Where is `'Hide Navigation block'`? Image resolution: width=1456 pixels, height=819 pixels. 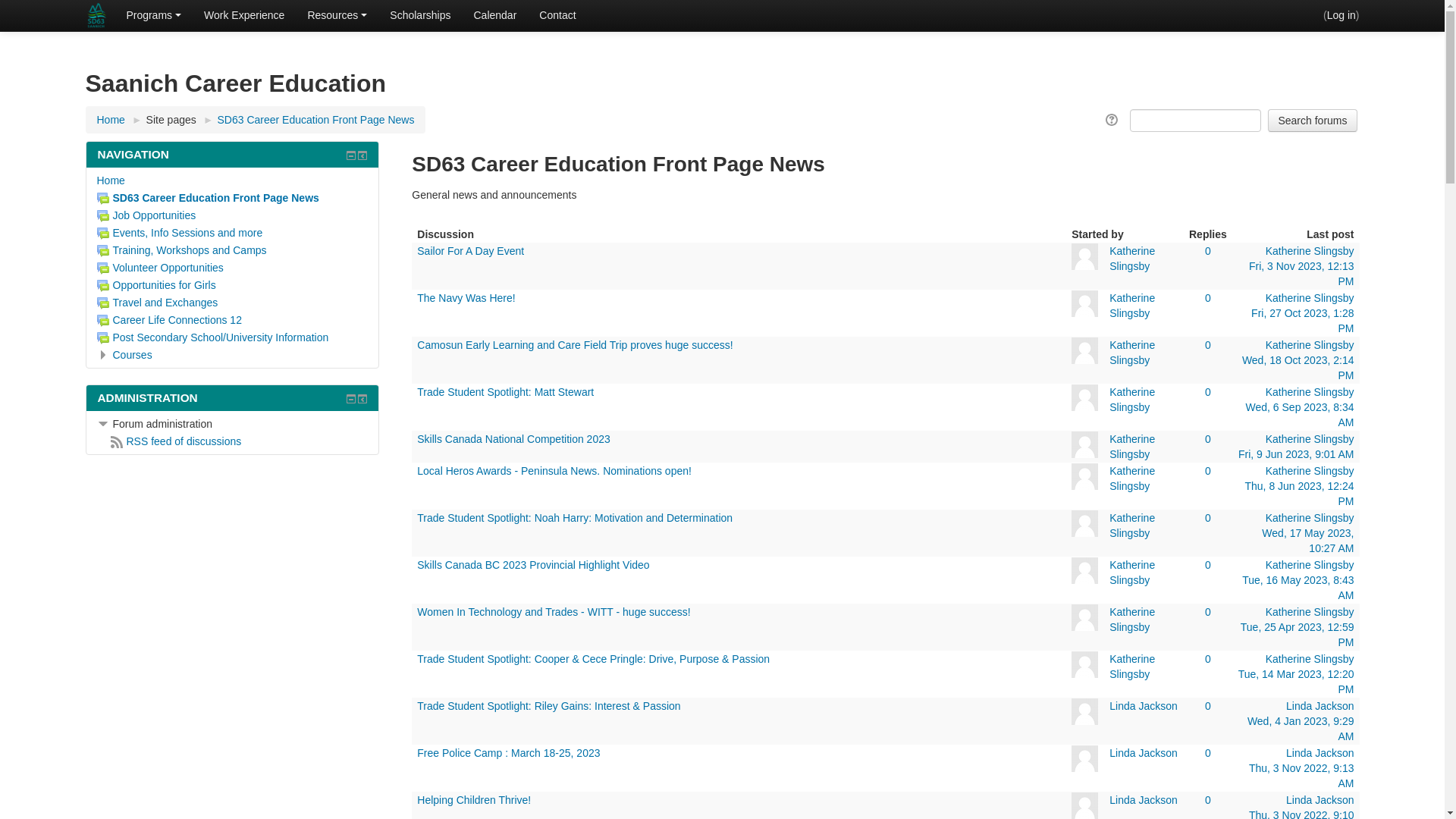
'Hide Navigation block' is located at coordinates (350, 155).